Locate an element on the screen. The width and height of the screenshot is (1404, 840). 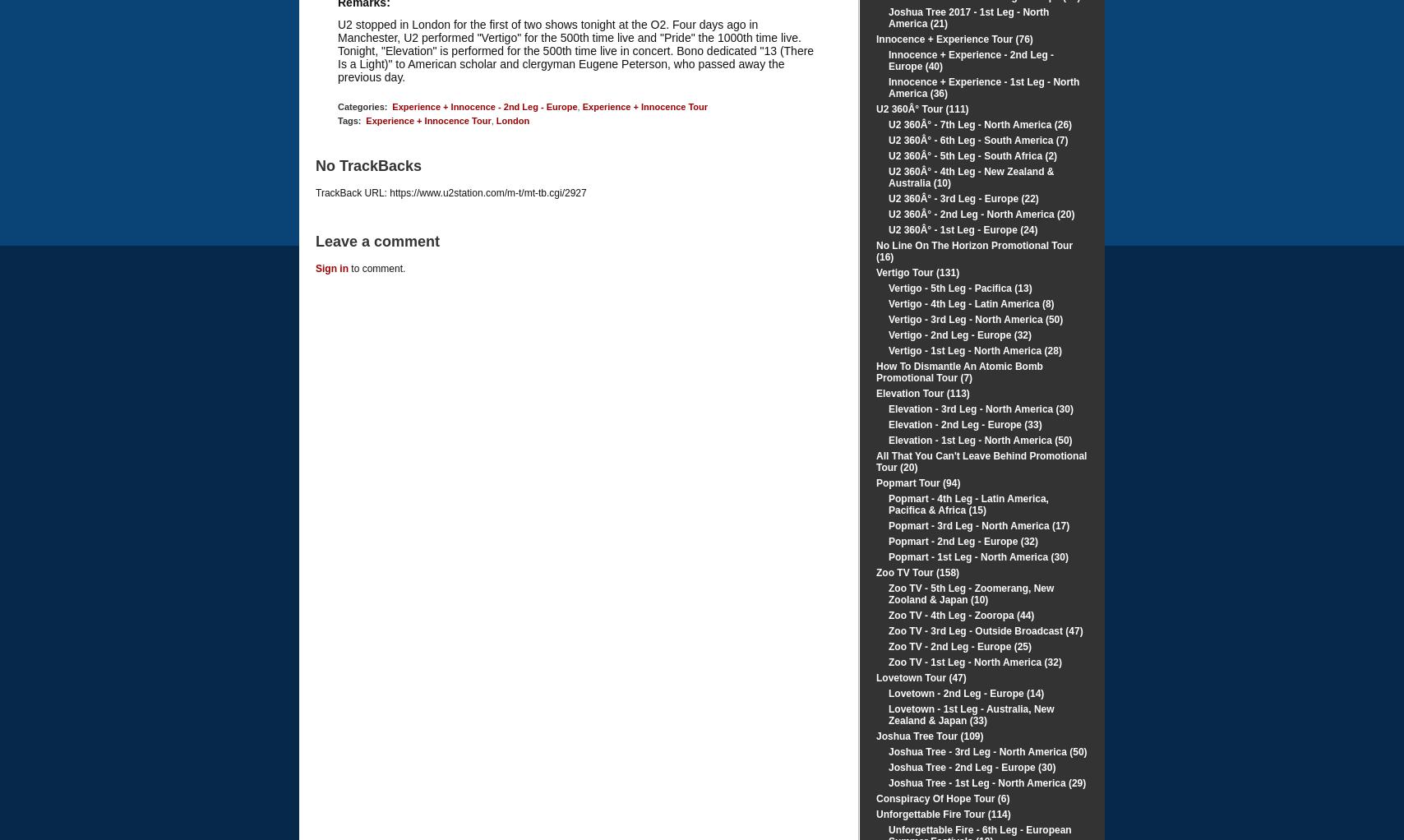
'TrackBack URL: https://www.u2station.com/m-t/mt-tb.cgi/2927' is located at coordinates (450, 192).